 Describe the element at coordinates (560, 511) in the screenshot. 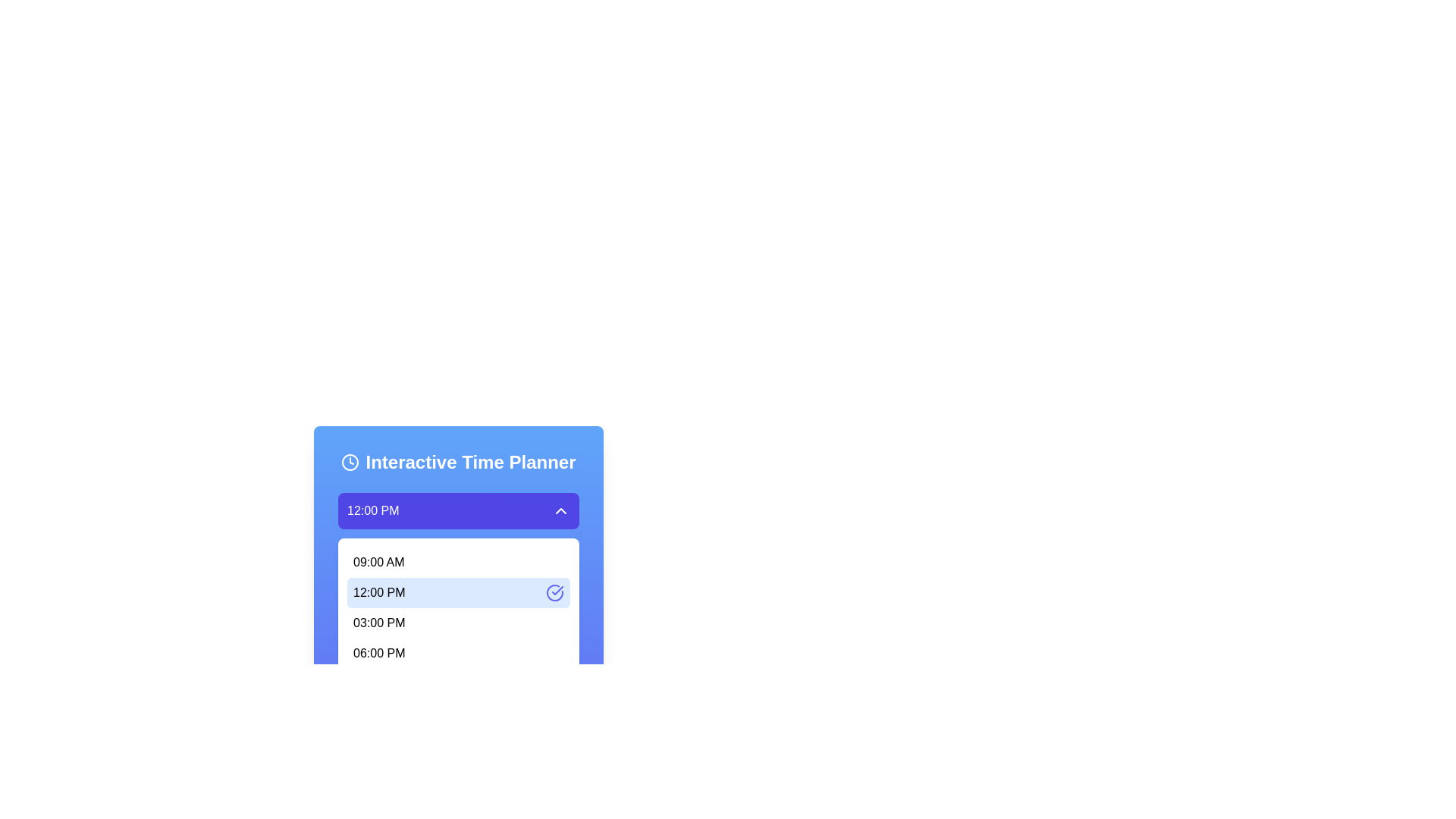

I see `the chevron icon located to the right of the text label '12:00 PM'` at that location.